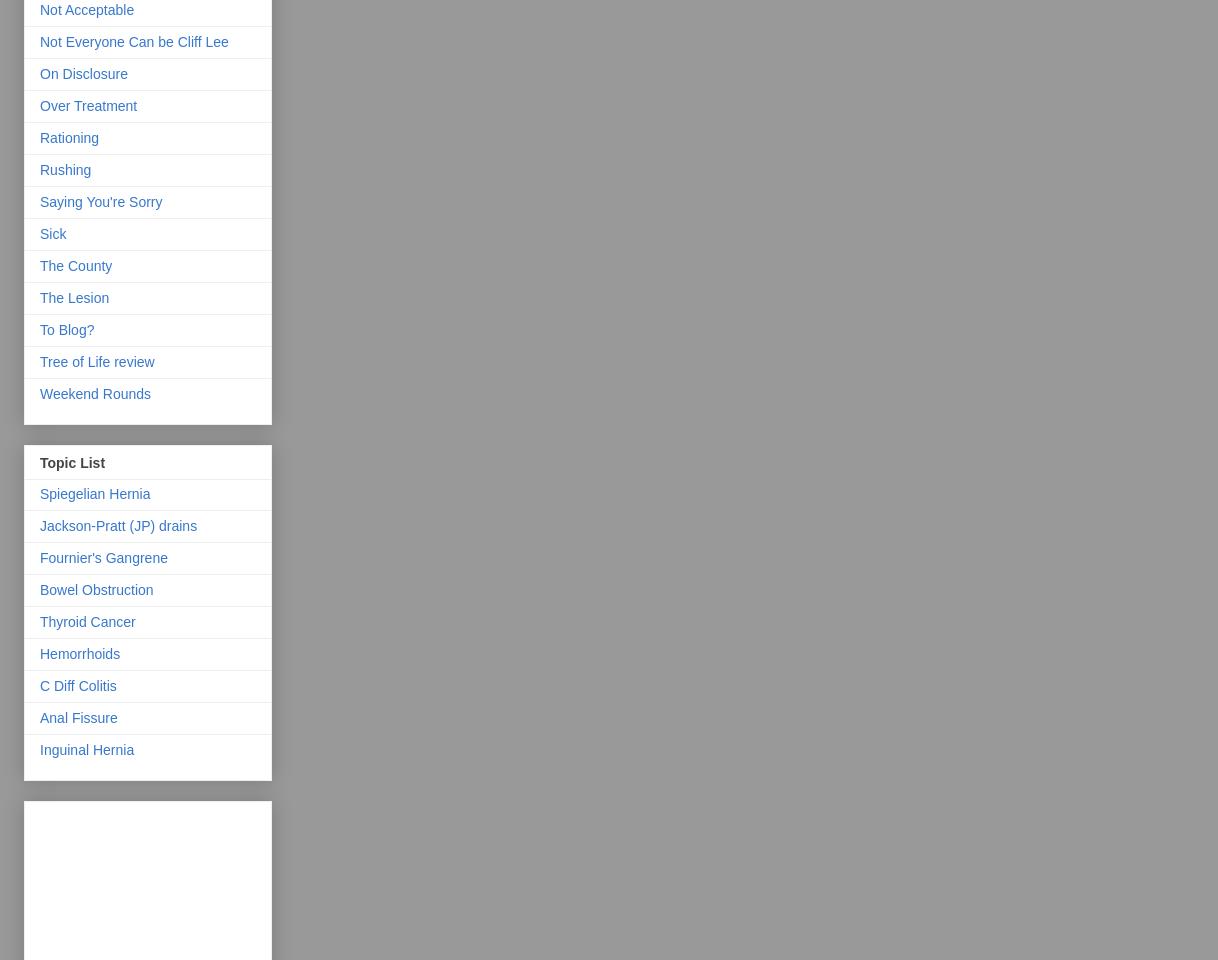 The image size is (1218, 960). Describe the element at coordinates (96, 361) in the screenshot. I see `'Tree of Life review'` at that location.